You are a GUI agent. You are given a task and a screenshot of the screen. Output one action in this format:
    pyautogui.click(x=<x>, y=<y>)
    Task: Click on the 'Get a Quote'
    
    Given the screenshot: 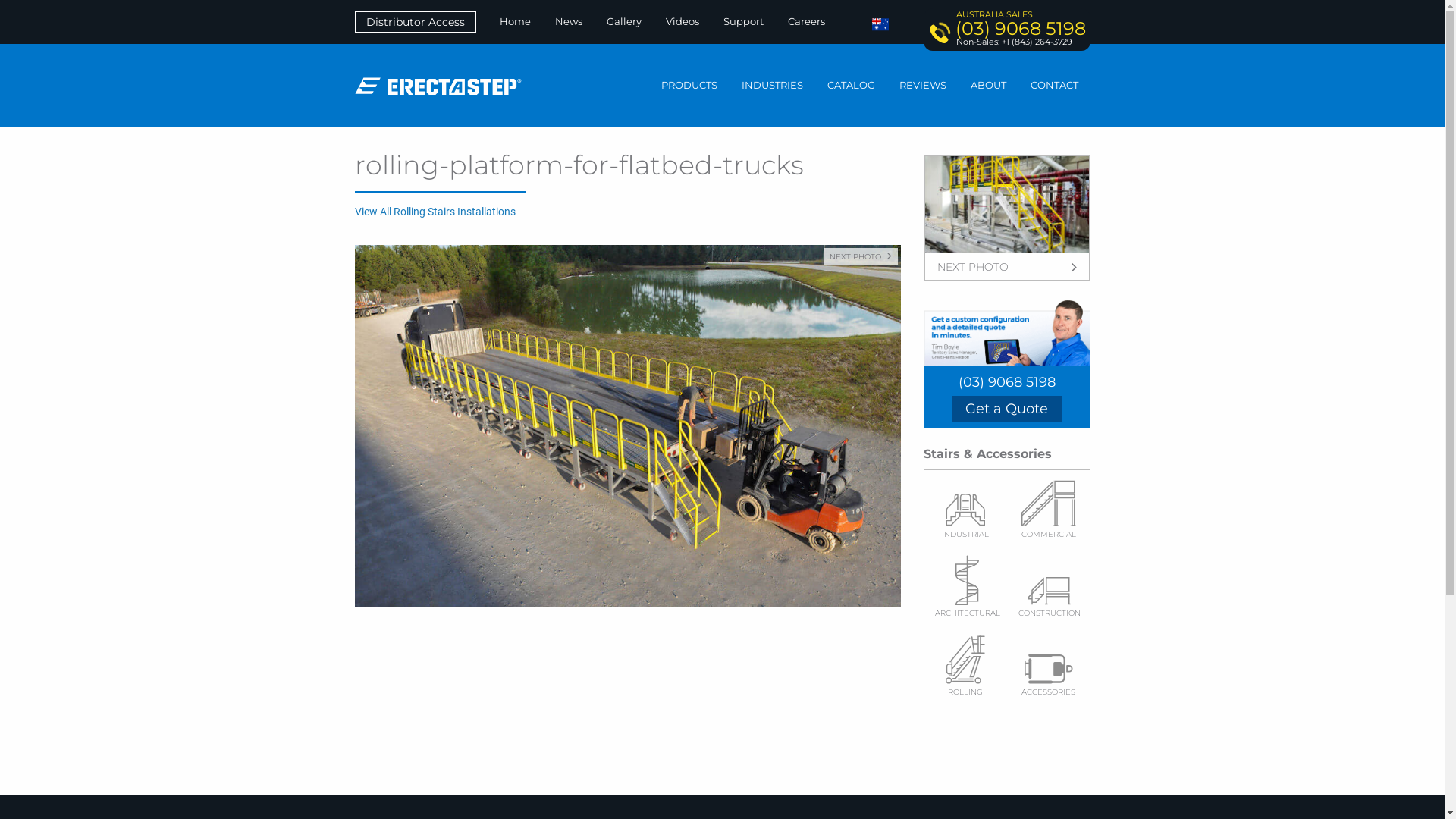 What is the action you would take?
    pyautogui.click(x=1006, y=408)
    